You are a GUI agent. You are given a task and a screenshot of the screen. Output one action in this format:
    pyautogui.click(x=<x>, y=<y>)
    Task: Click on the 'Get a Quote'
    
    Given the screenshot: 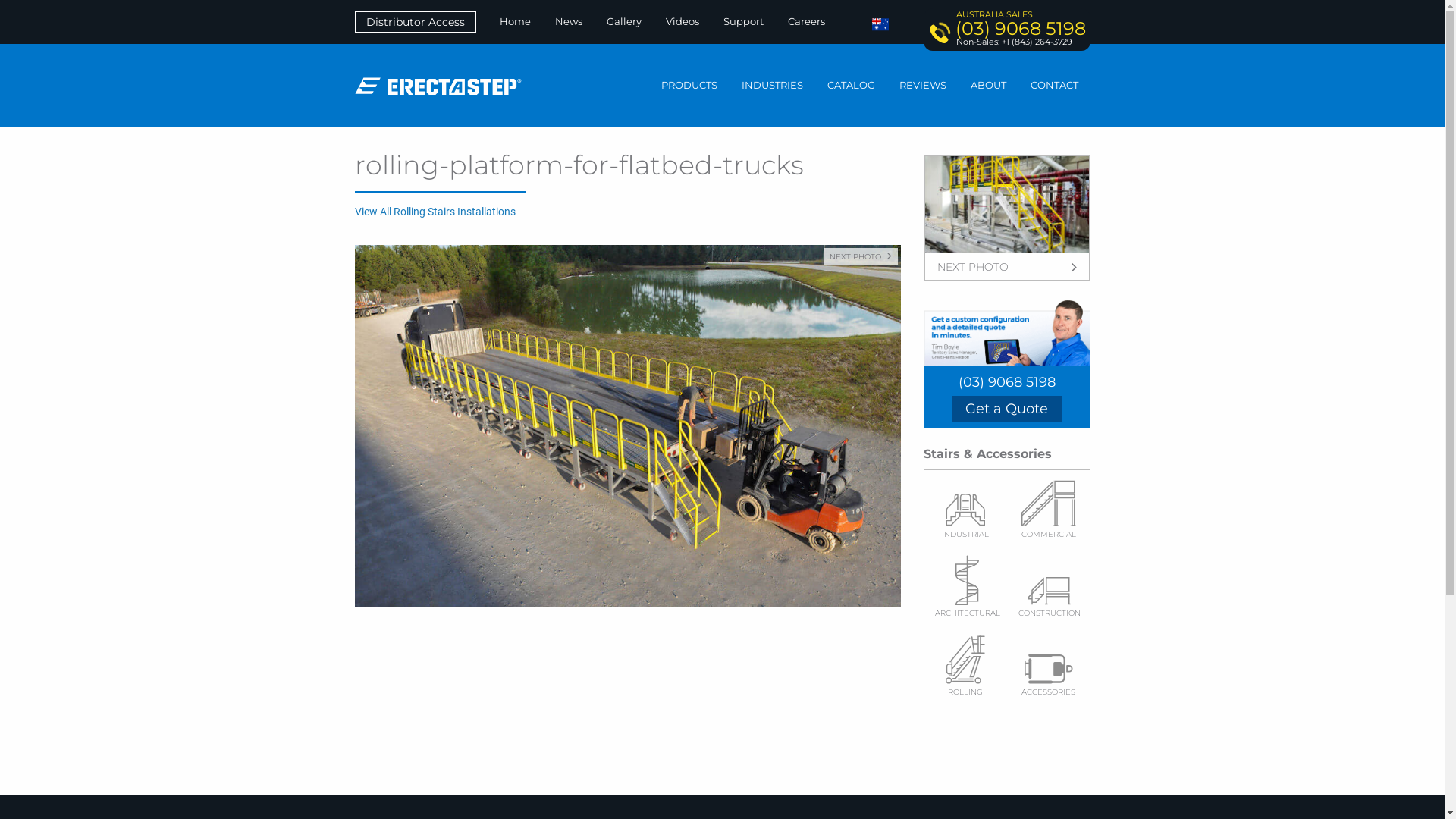 What is the action you would take?
    pyautogui.click(x=1006, y=408)
    